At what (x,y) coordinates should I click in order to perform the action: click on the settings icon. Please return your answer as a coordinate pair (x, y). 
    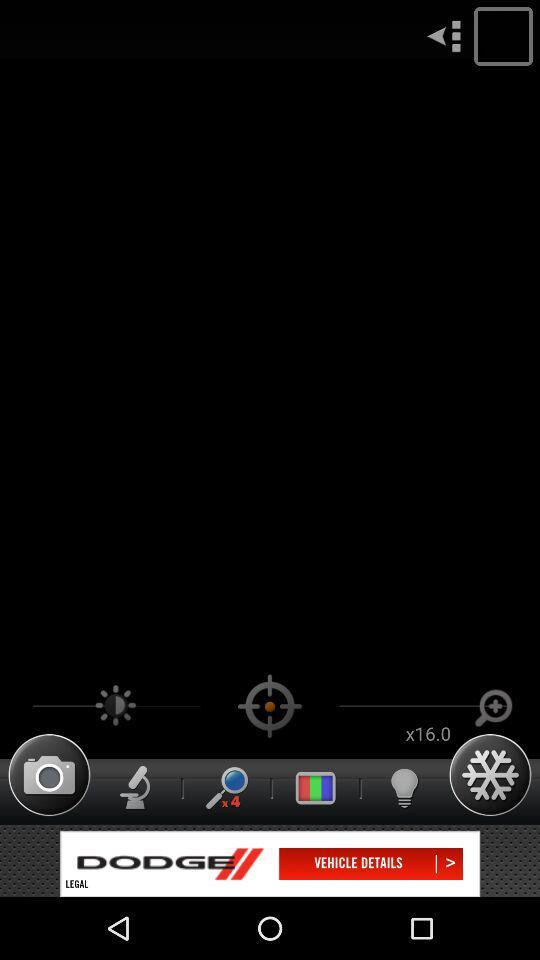
    Looking at the image, I should click on (489, 829).